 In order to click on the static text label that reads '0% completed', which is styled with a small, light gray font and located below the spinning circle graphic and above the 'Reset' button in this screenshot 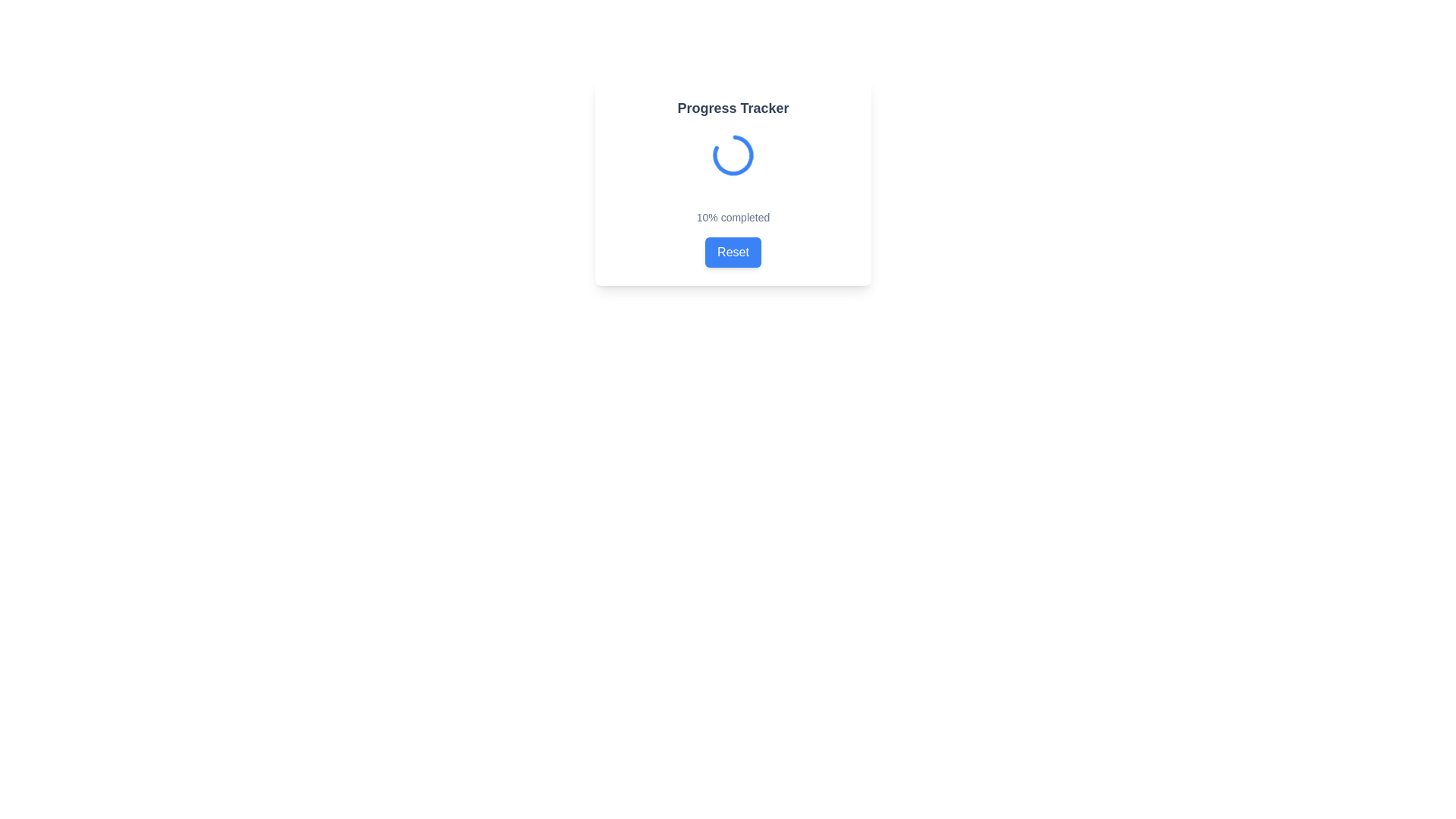, I will do `click(733, 217)`.